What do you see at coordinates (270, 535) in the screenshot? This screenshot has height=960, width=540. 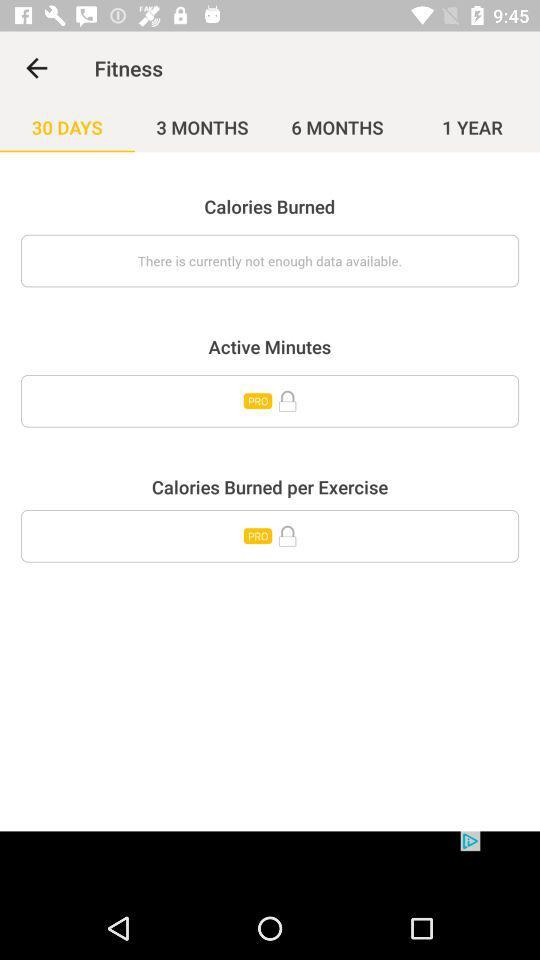 I see `open paid content` at bounding box center [270, 535].